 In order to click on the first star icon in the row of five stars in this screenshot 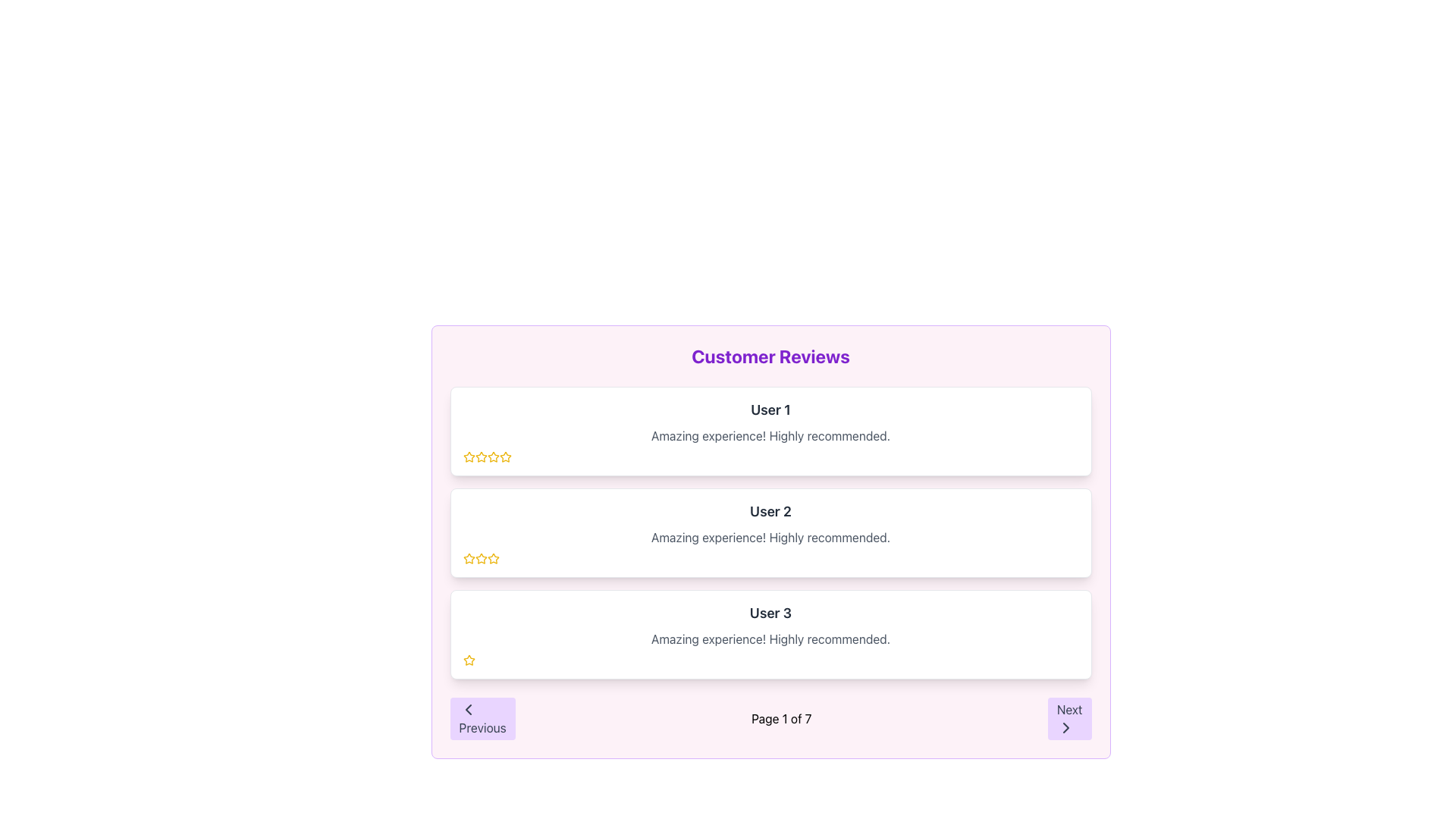, I will do `click(468, 558)`.